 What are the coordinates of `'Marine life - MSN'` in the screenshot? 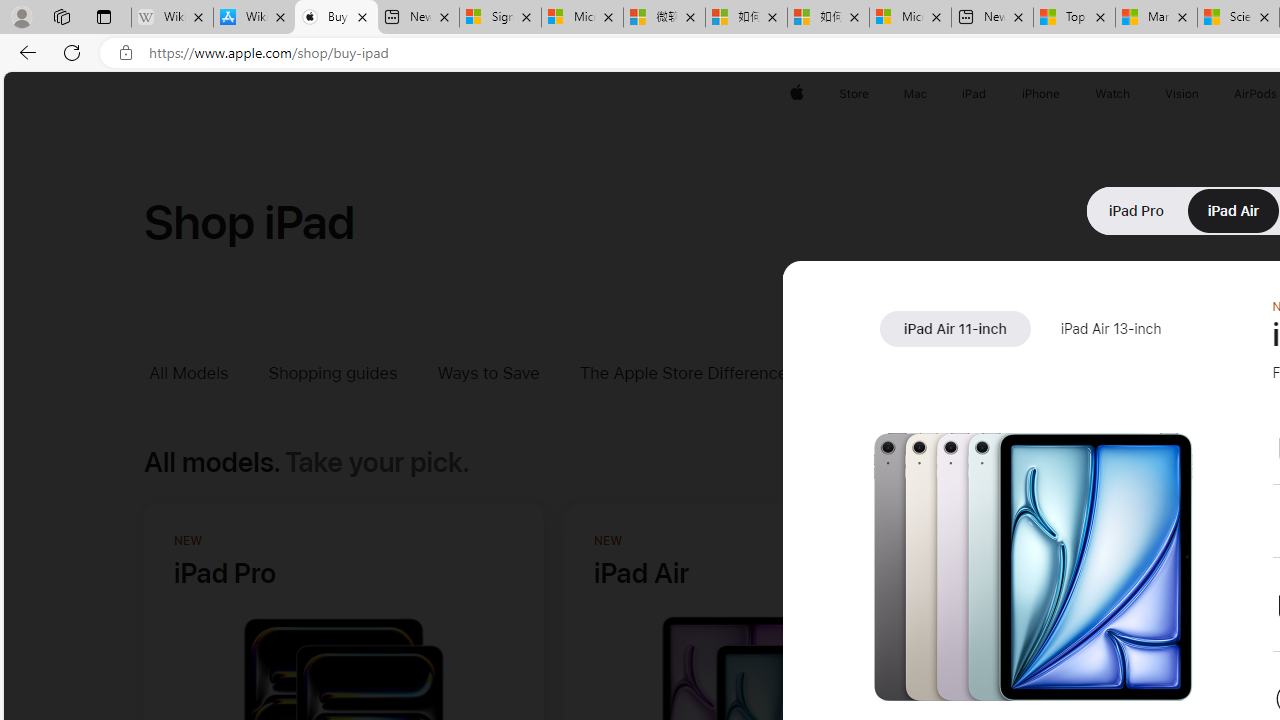 It's located at (1156, 17).